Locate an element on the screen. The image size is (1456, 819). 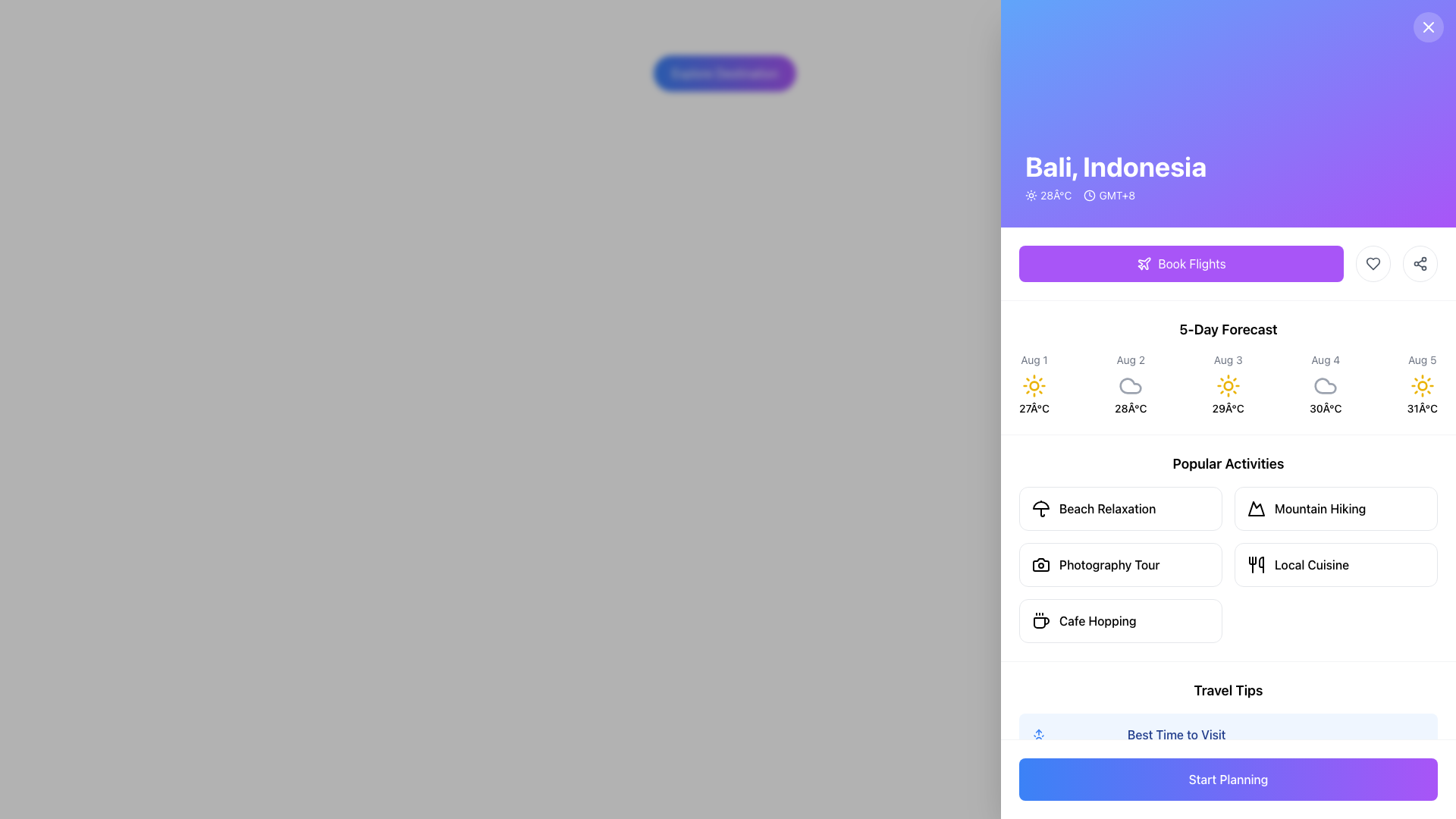
the sunny weather icon for the date 'Aug 3' in the five-day weather forecast section, located in the third column from the left is located at coordinates (1228, 385).